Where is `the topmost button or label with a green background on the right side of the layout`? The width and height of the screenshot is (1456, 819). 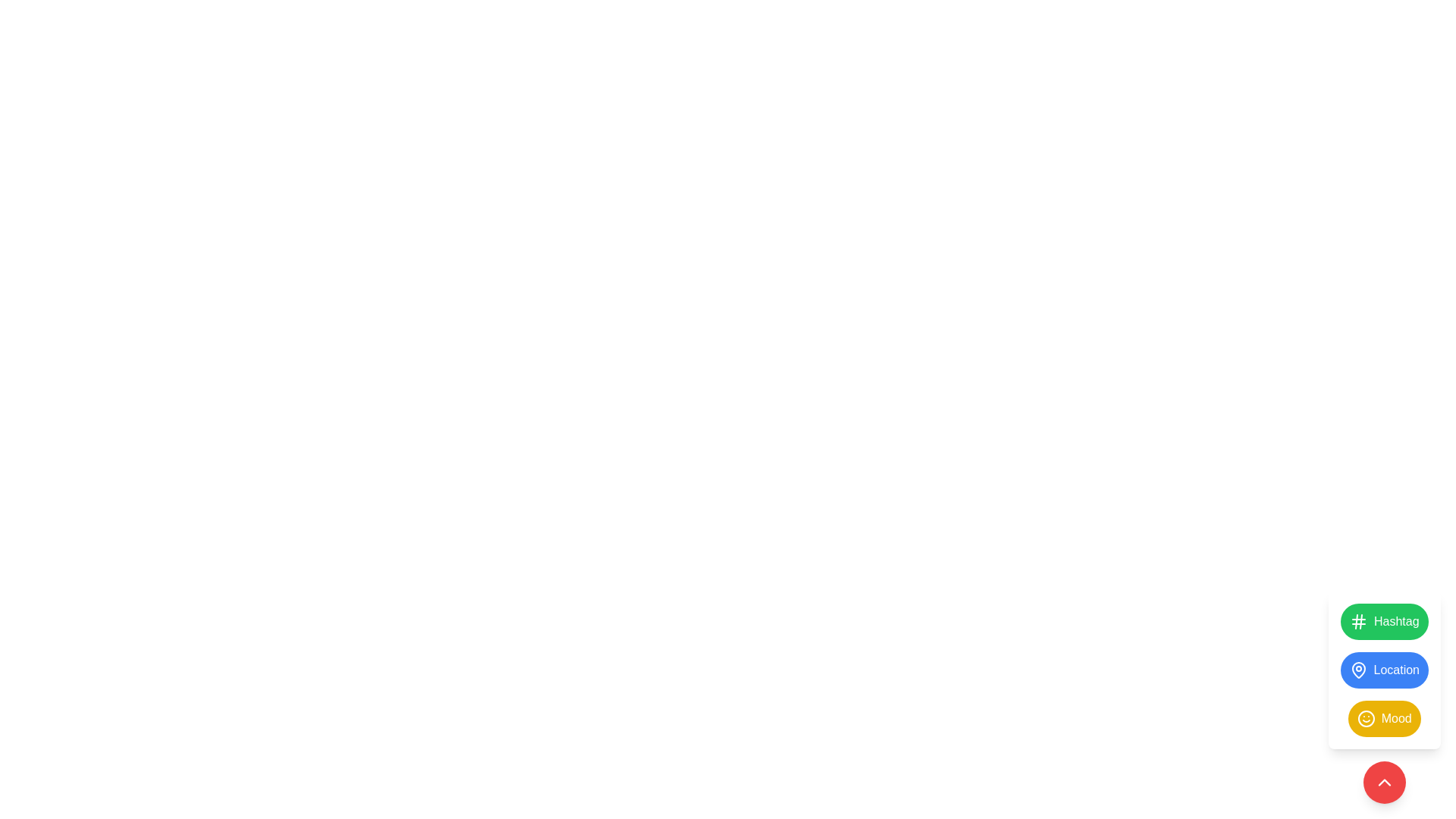 the topmost button or label with a green background on the right side of the layout is located at coordinates (1395, 622).